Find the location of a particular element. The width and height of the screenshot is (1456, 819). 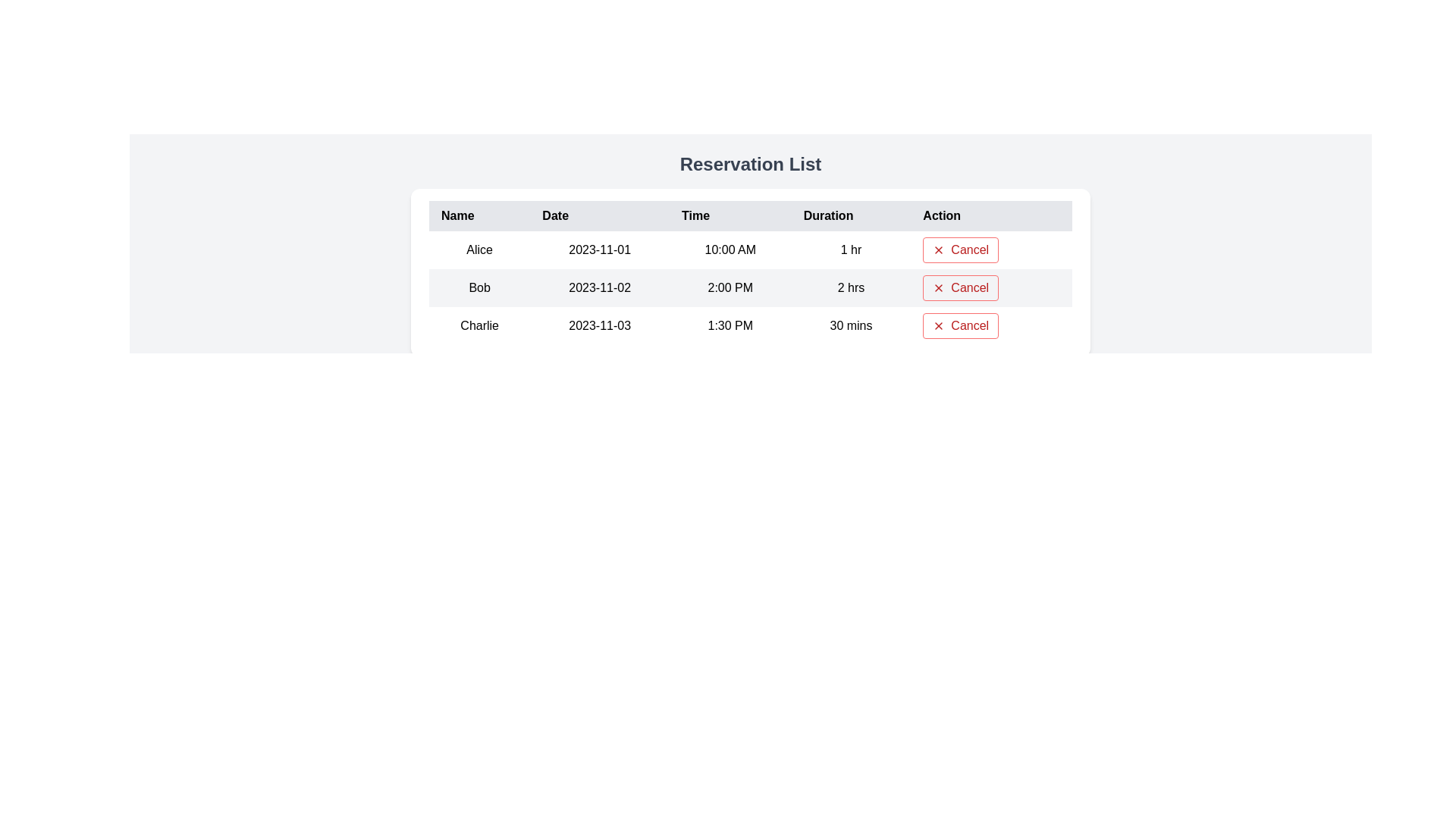

the Text Display element indicating the duration of the reservation for Charlie, located in the fourth column of the third row under the 'Duration' column is located at coordinates (851, 325).